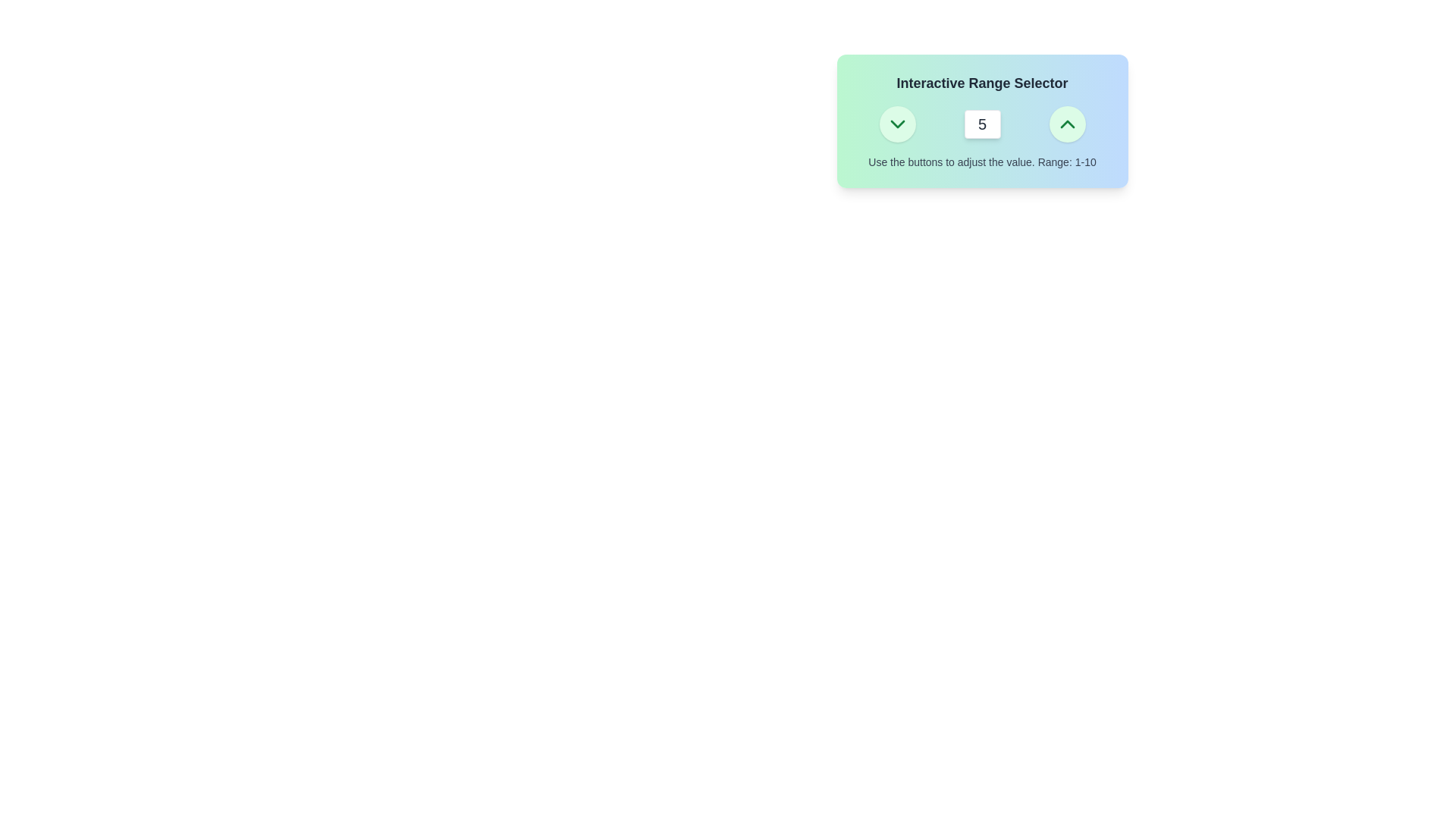 The image size is (1456, 819). I want to click on the upward arrow icon button located in the control box labeled 'Interactive Range Selector', so click(1066, 124).